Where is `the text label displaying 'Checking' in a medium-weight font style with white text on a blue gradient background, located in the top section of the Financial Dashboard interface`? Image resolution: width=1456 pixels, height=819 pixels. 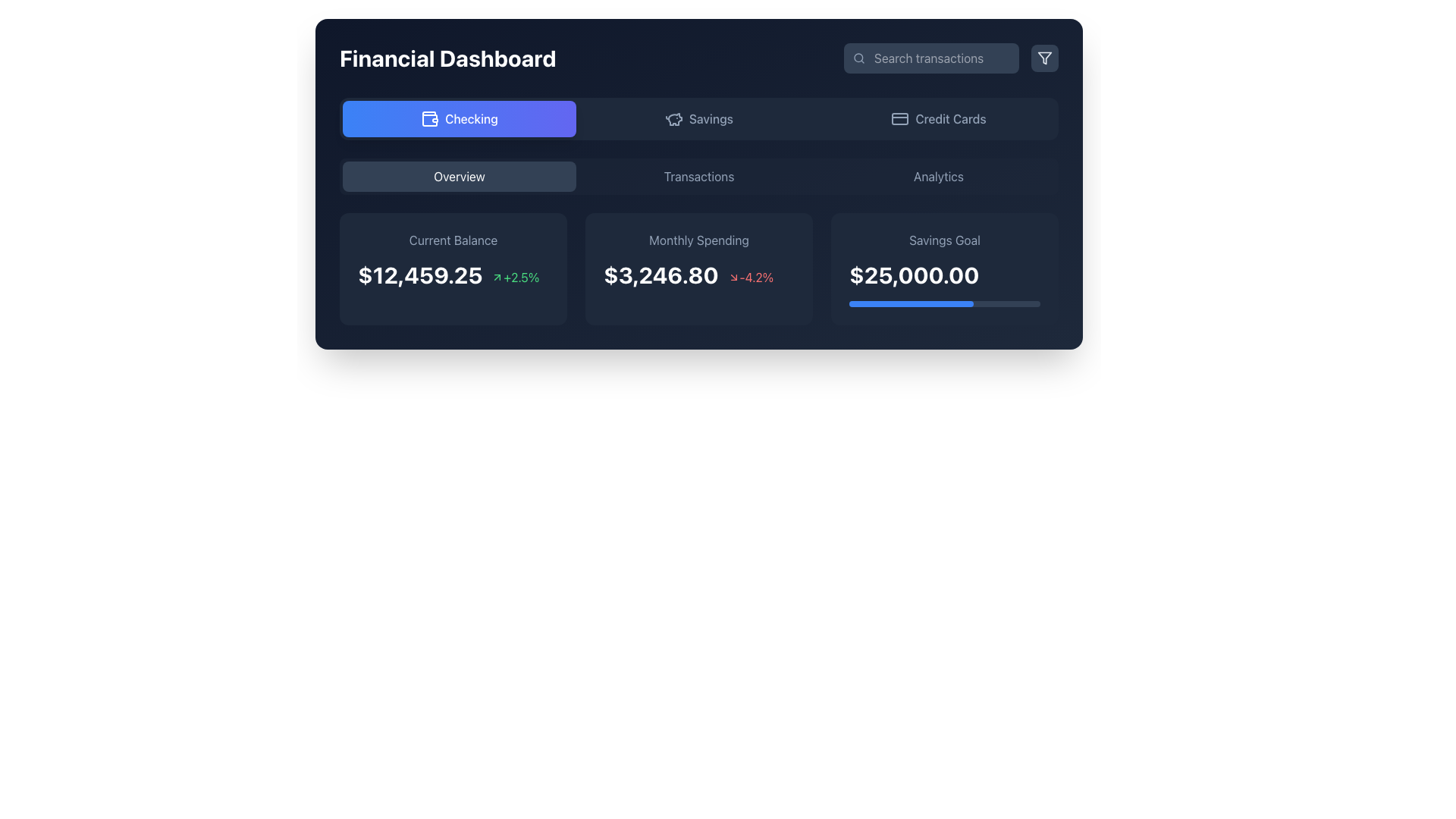 the text label displaying 'Checking' in a medium-weight font style with white text on a blue gradient background, located in the top section of the Financial Dashboard interface is located at coordinates (471, 118).